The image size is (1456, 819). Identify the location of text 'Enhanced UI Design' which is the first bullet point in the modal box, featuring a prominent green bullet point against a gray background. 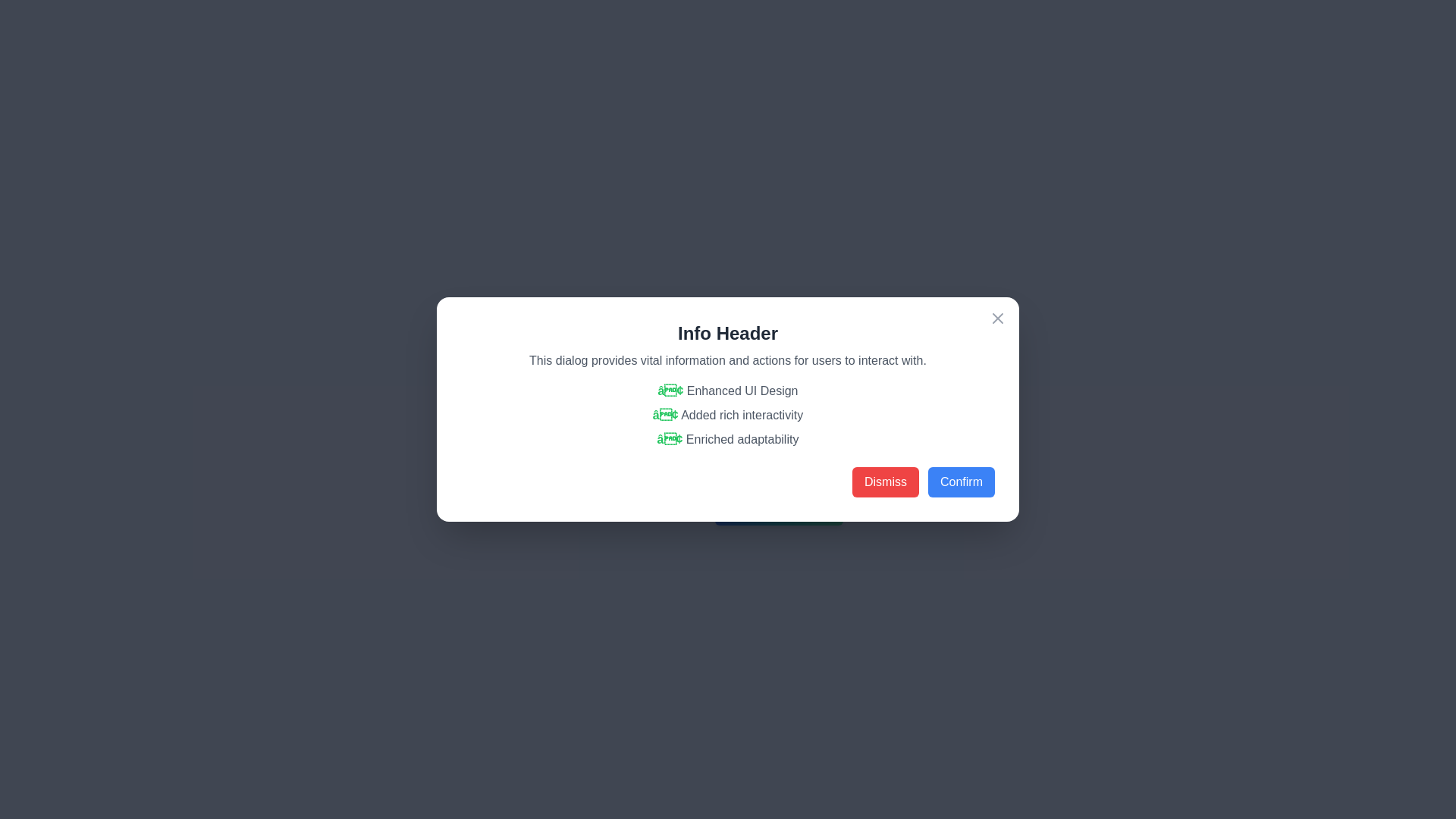
(728, 391).